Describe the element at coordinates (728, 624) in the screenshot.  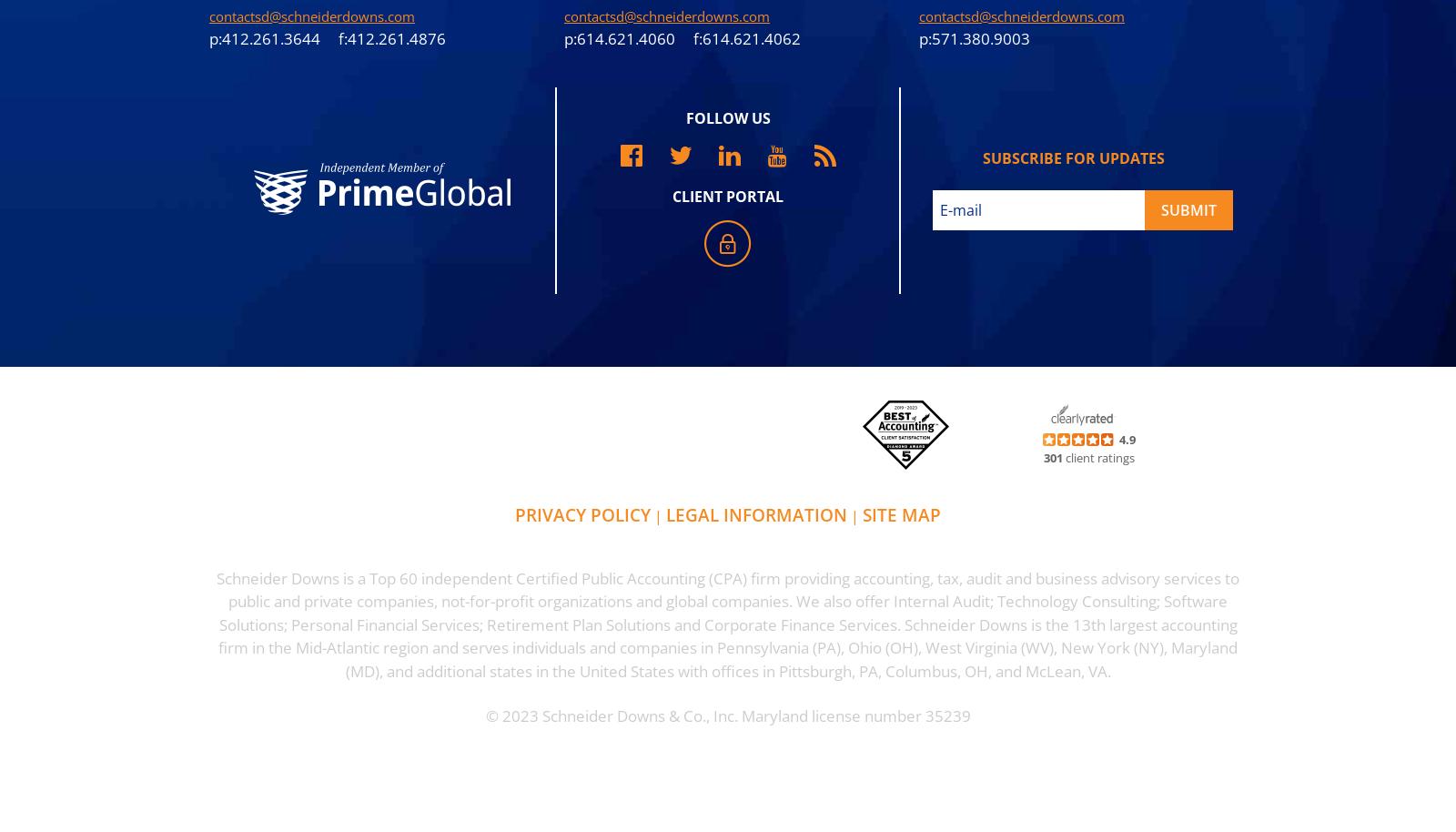
I see `'Schneider Downs is a Top 60 independent Certified Public Accounting (CPA) firm providing accounting, tax, audit and business advisory services to public and private companies, not-for-profit organizations and global companies. We also offer Internal Audit; Technology Consulting; Software Solutions; Personal Financial Services; Retirement Plan Solutions and Corporate Finance Services. Schneider Downs is the 13th largest accounting firm in the Mid-Atlantic region and serves individuals and companies in Pennsylvania (PA), Ohio (OH), West Virginia (WV), New York (NY), Maryland (MD), and additional states in the United States with offices in Pittsburgh, PA, Columbus, OH, and McLean, VA.'` at that location.